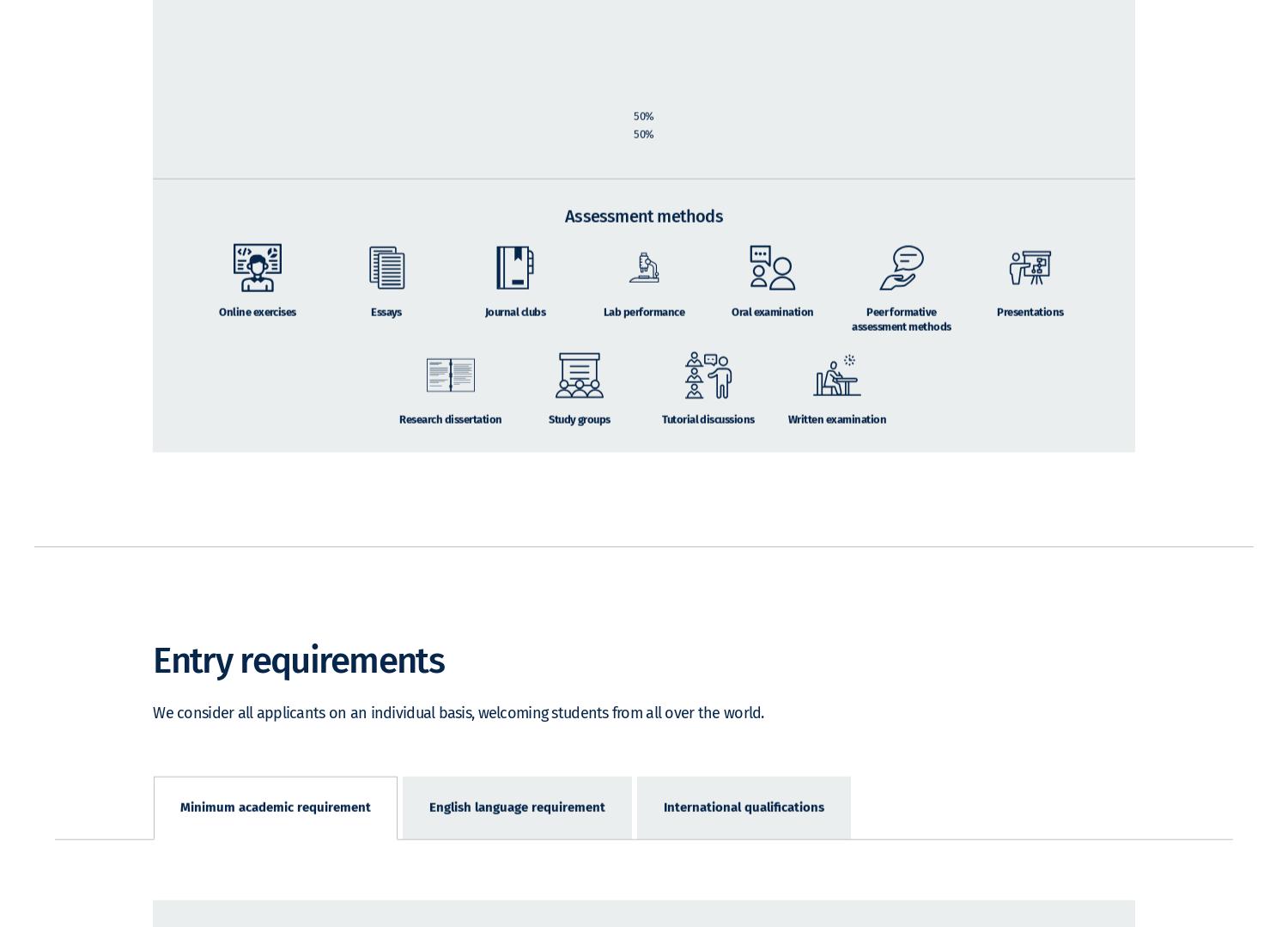 The width and height of the screenshot is (1288, 927). I want to click on 'Peer formative assessment methods', so click(901, 342).